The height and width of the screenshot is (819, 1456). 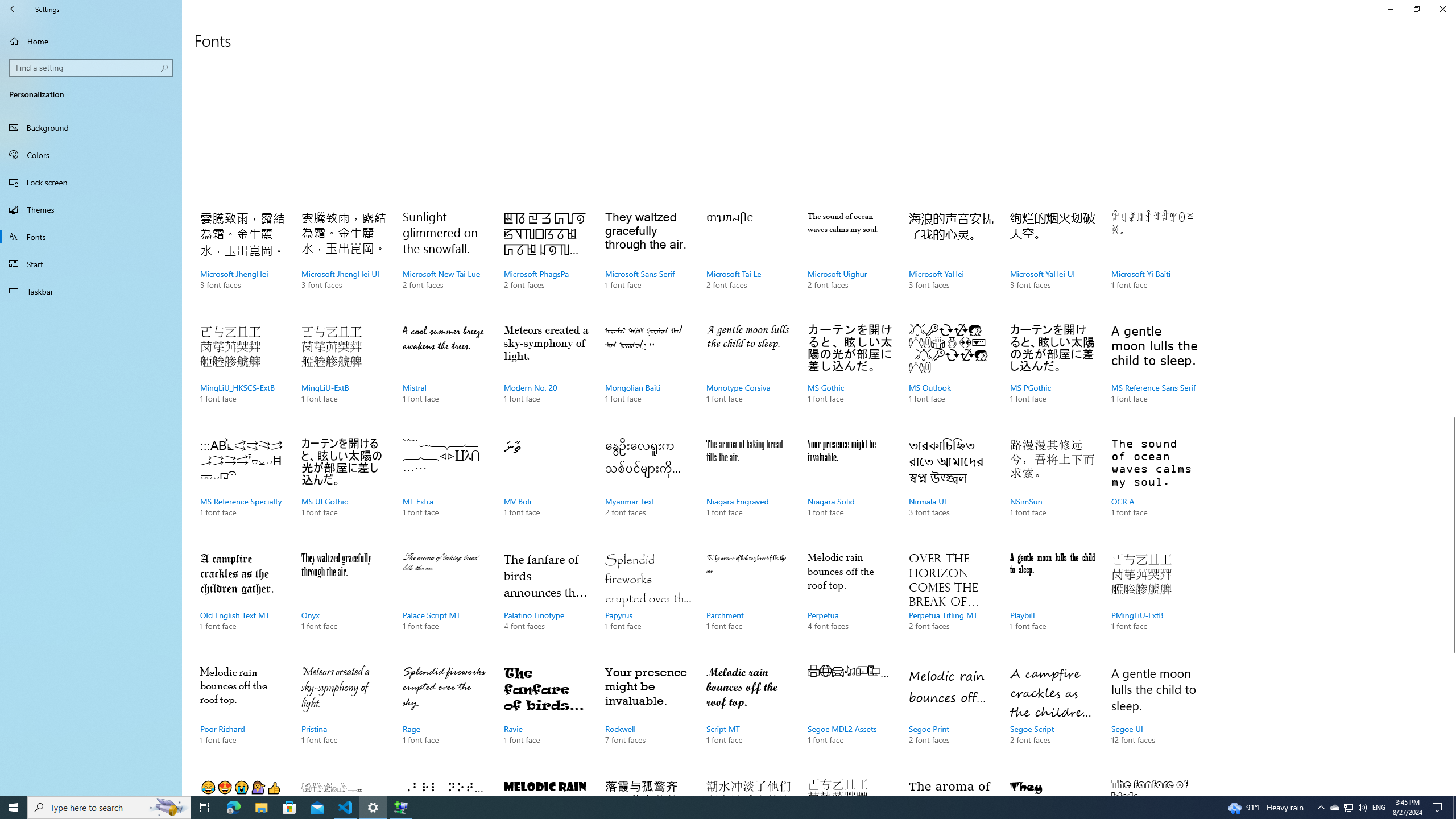 What do you see at coordinates (1153, 717) in the screenshot?
I see `'Segoe UI, 12 font faces'` at bounding box center [1153, 717].